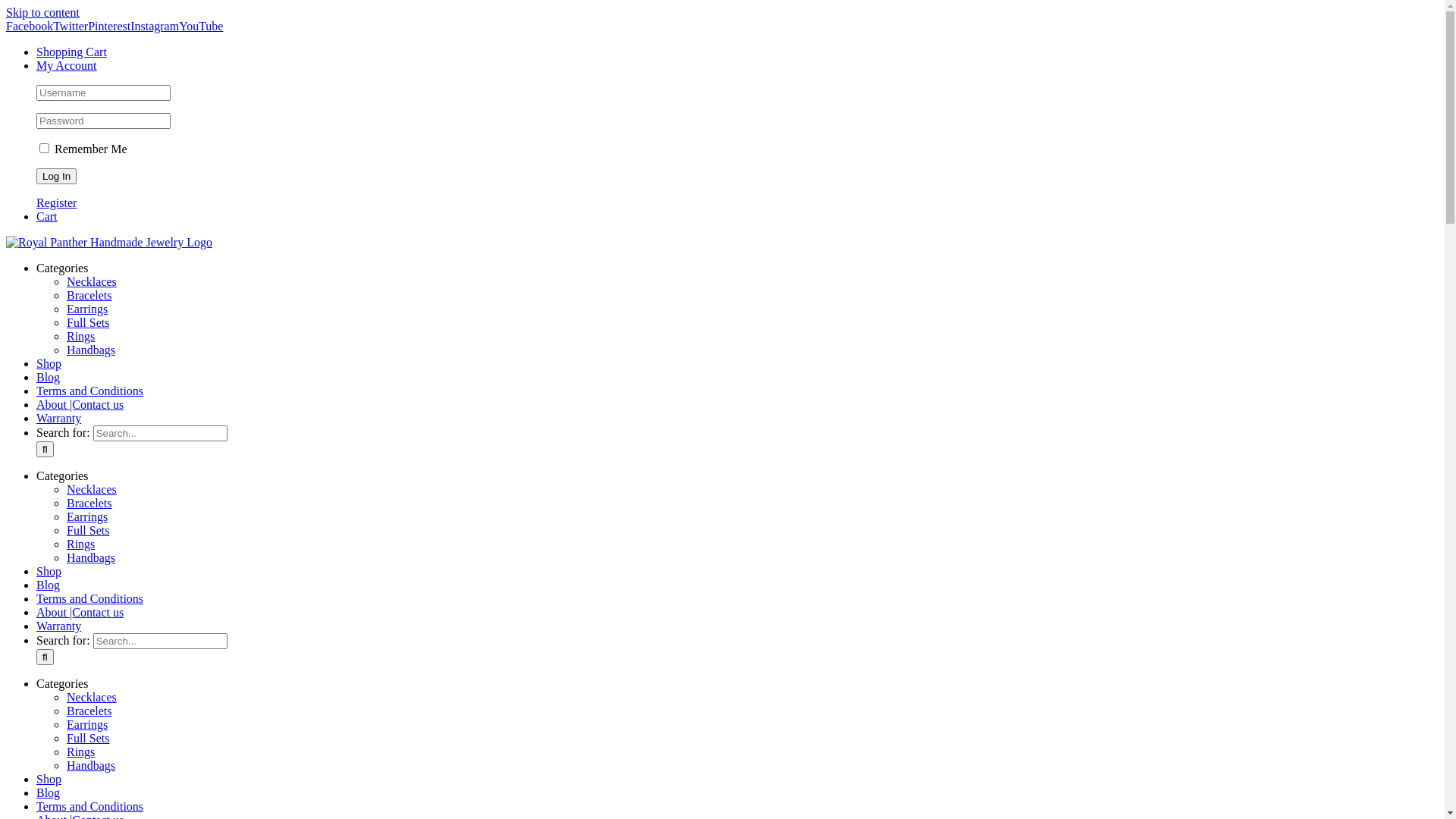 Image resolution: width=1456 pixels, height=819 pixels. Describe the element at coordinates (56, 202) in the screenshot. I see `'Register'` at that location.